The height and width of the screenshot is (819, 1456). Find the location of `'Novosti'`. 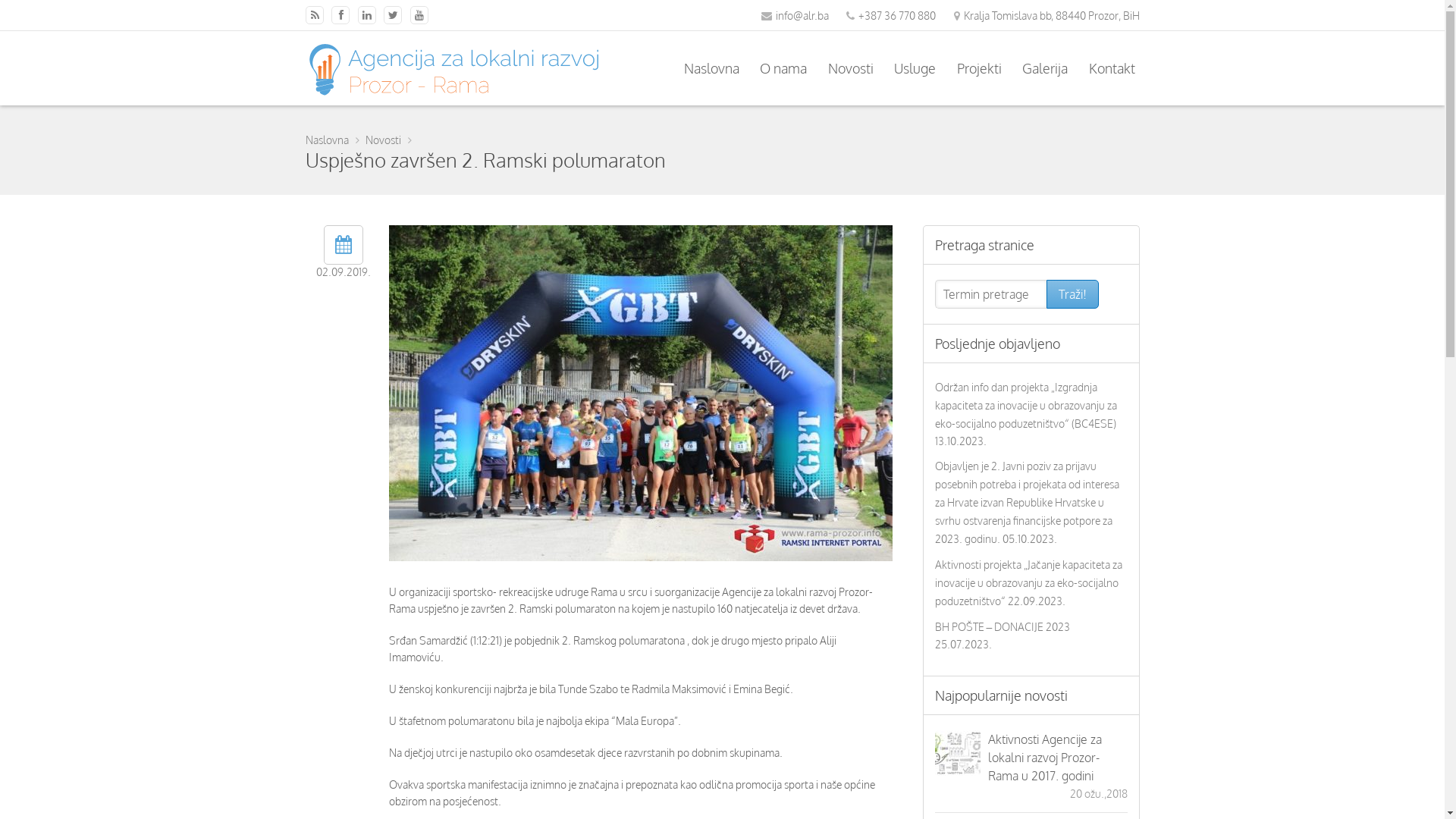

'Novosti' is located at coordinates (385, 140).